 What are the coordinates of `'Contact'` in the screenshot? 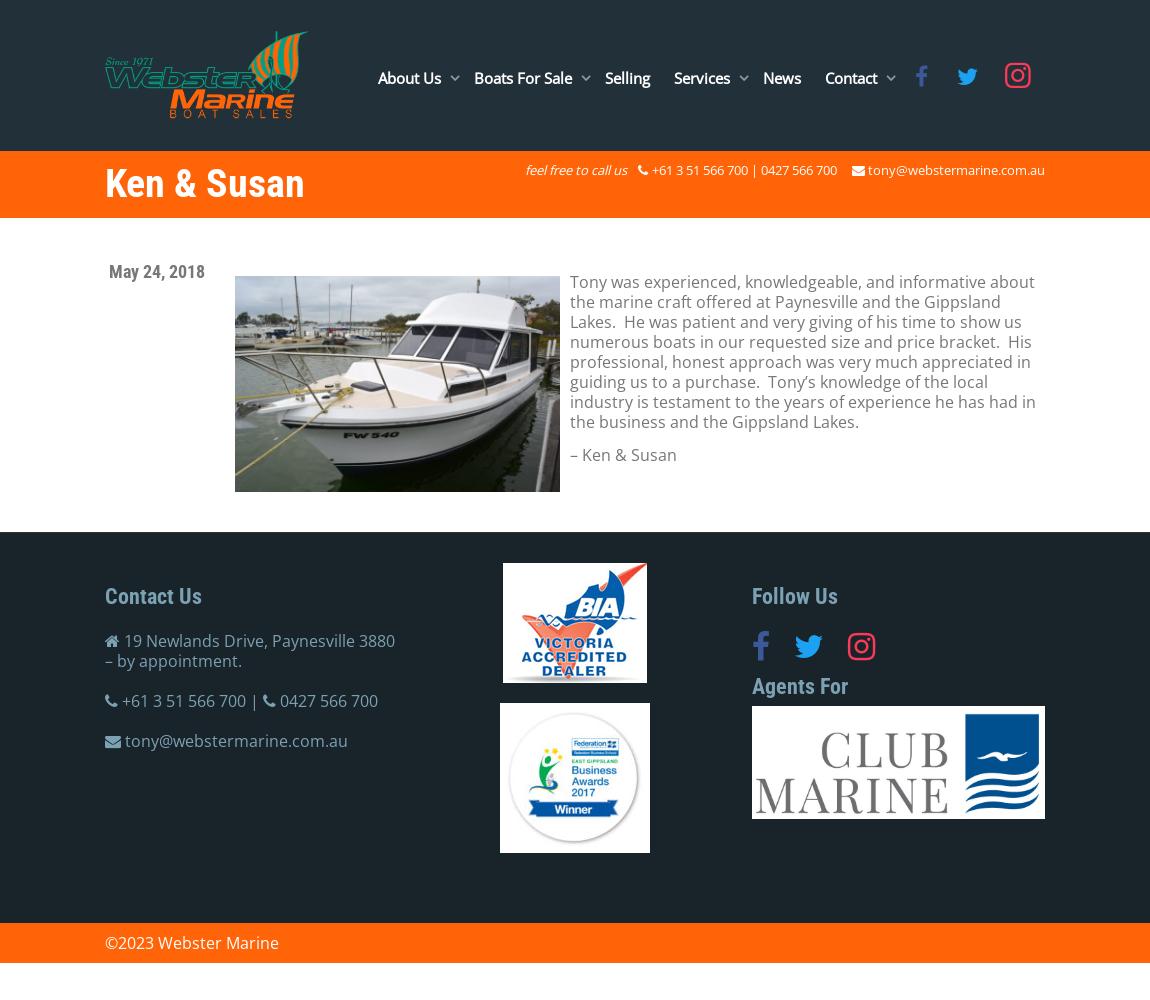 It's located at (851, 76).